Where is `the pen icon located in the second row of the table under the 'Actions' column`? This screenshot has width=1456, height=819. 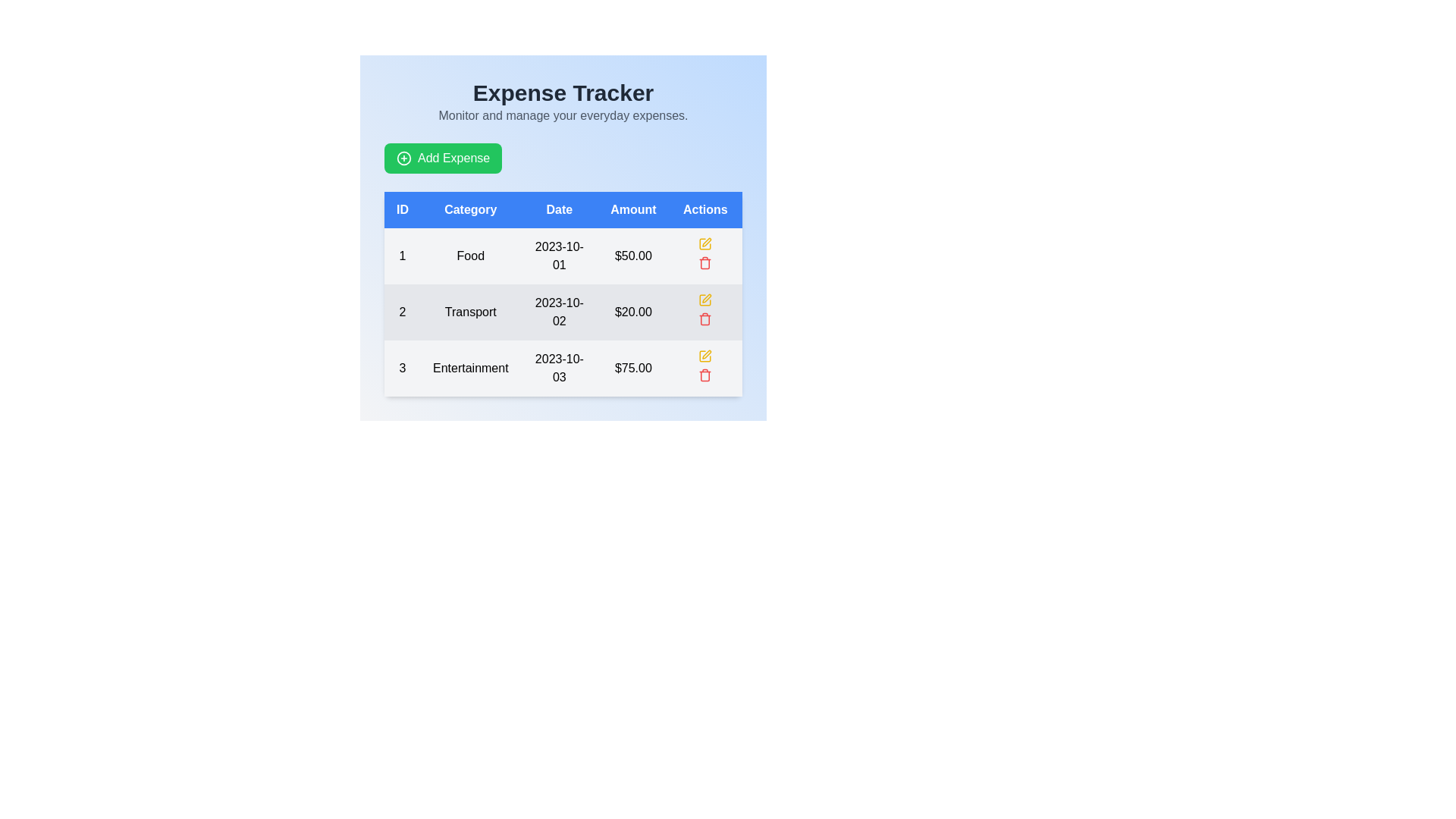
the pen icon located in the second row of the table under the 'Actions' column is located at coordinates (706, 241).